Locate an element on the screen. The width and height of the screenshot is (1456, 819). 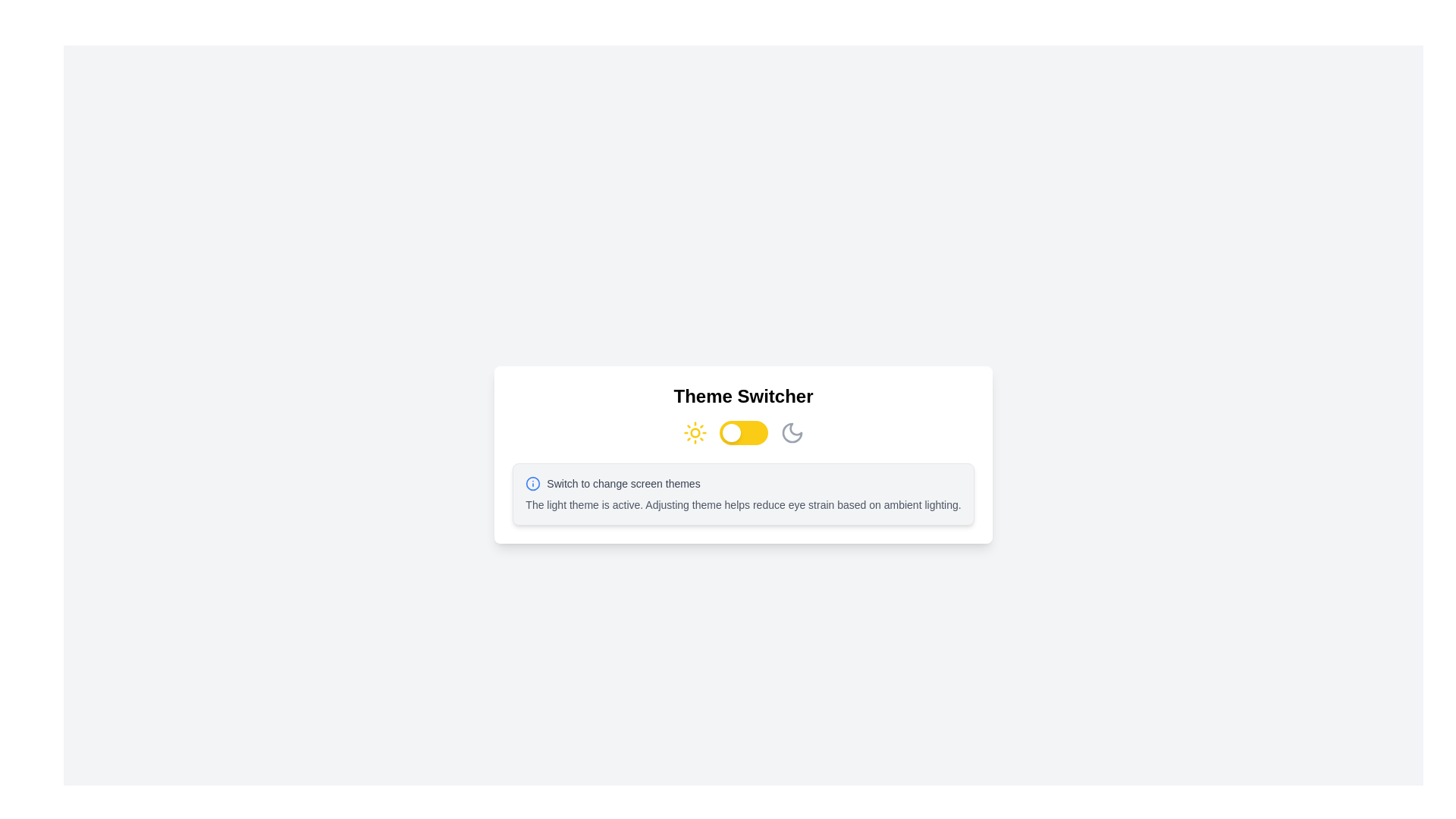
the text box with an information icon located in the bottom section of the 'Theme Switcher' card, which provides descriptive information about the theme toggle feature is located at coordinates (743, 494).